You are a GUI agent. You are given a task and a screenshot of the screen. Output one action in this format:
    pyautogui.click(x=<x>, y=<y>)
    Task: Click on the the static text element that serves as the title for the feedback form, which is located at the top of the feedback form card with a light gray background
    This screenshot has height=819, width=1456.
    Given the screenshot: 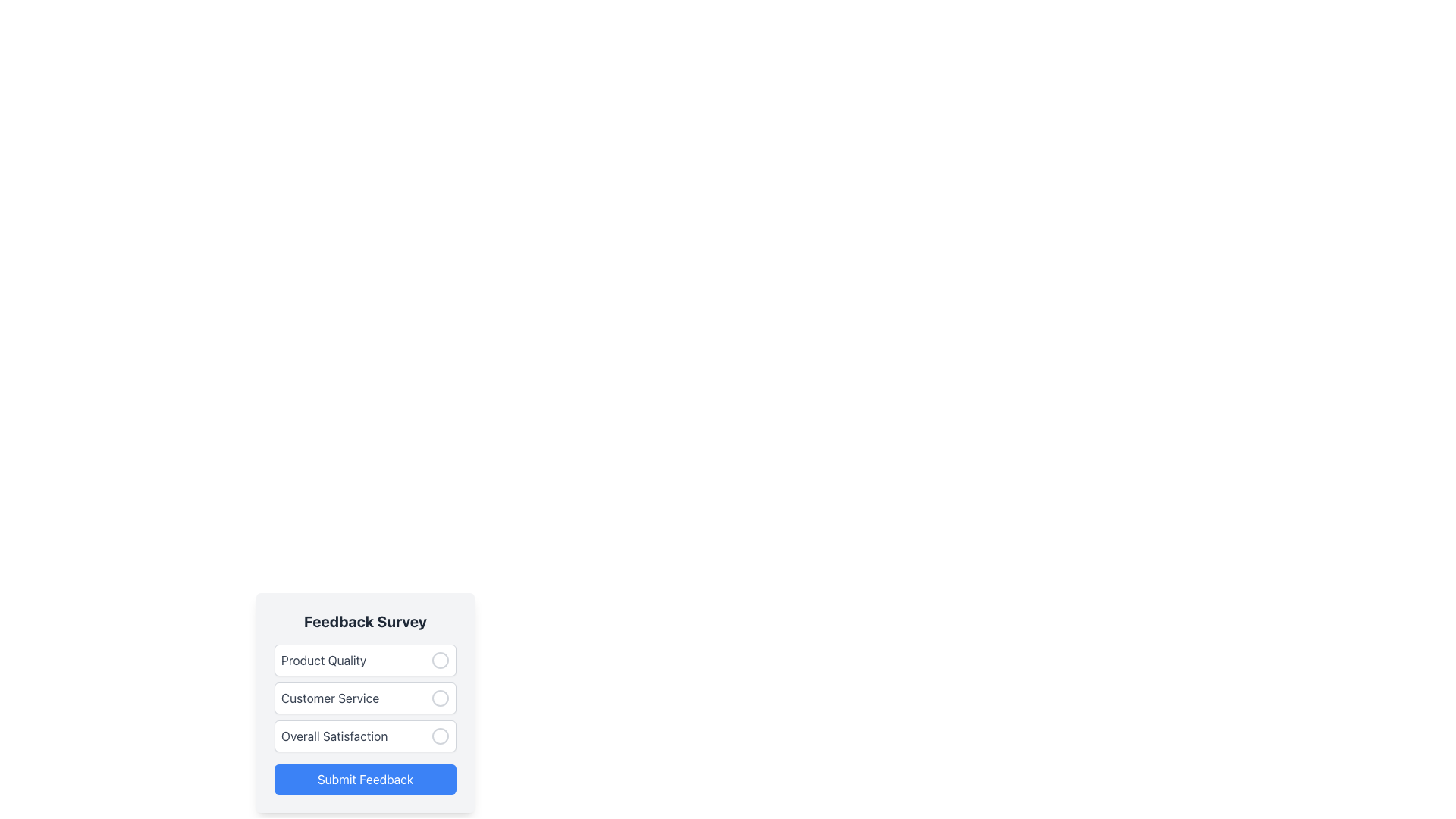 What is the action you would take?
    pyautogui.click(x=365, y=622)
    